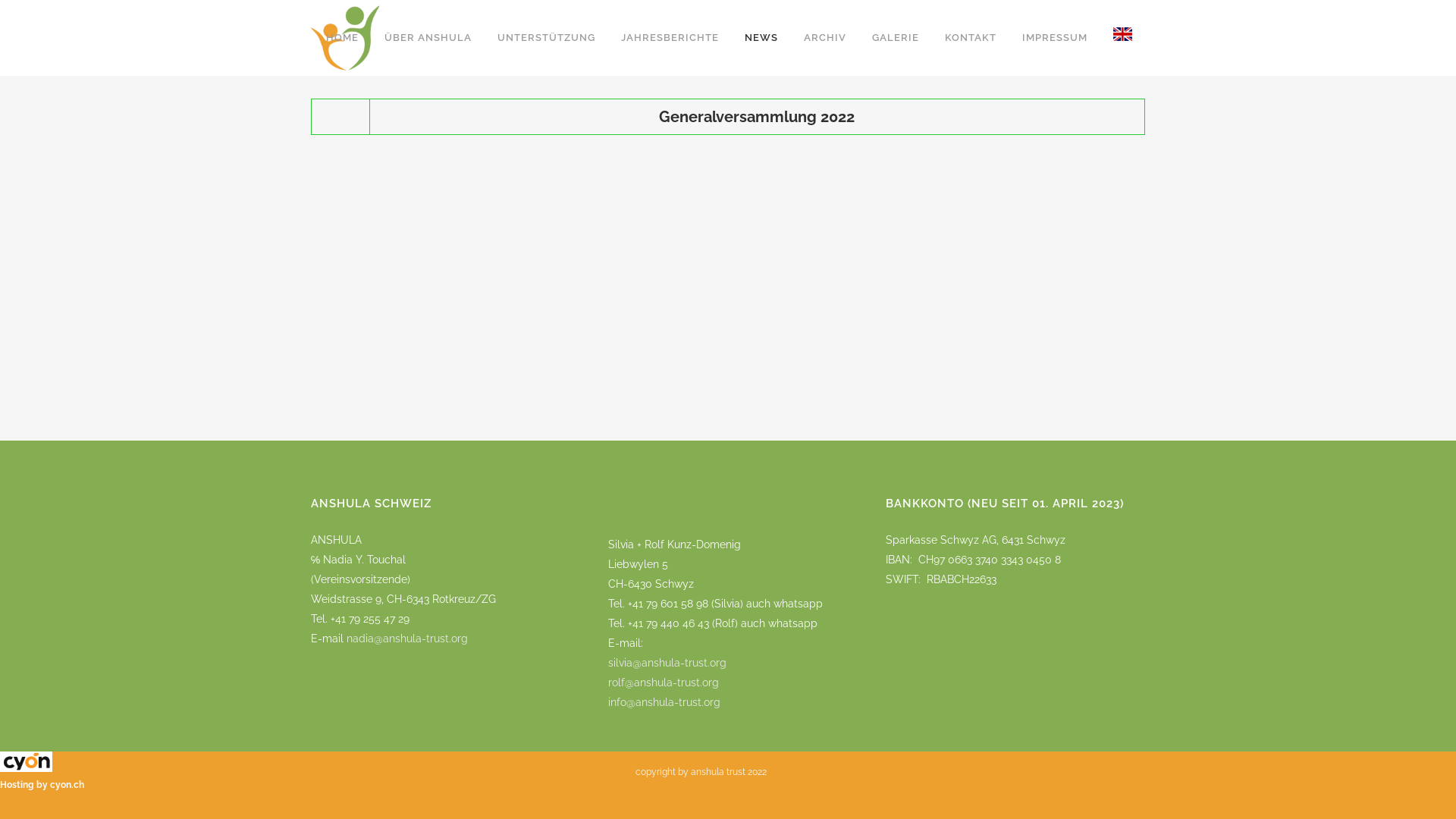 The width and height of the screenshot is (1456, 819). Describe the element at coordinates (761, 37) in the screenshot. I see `'NEWS'` at that location.